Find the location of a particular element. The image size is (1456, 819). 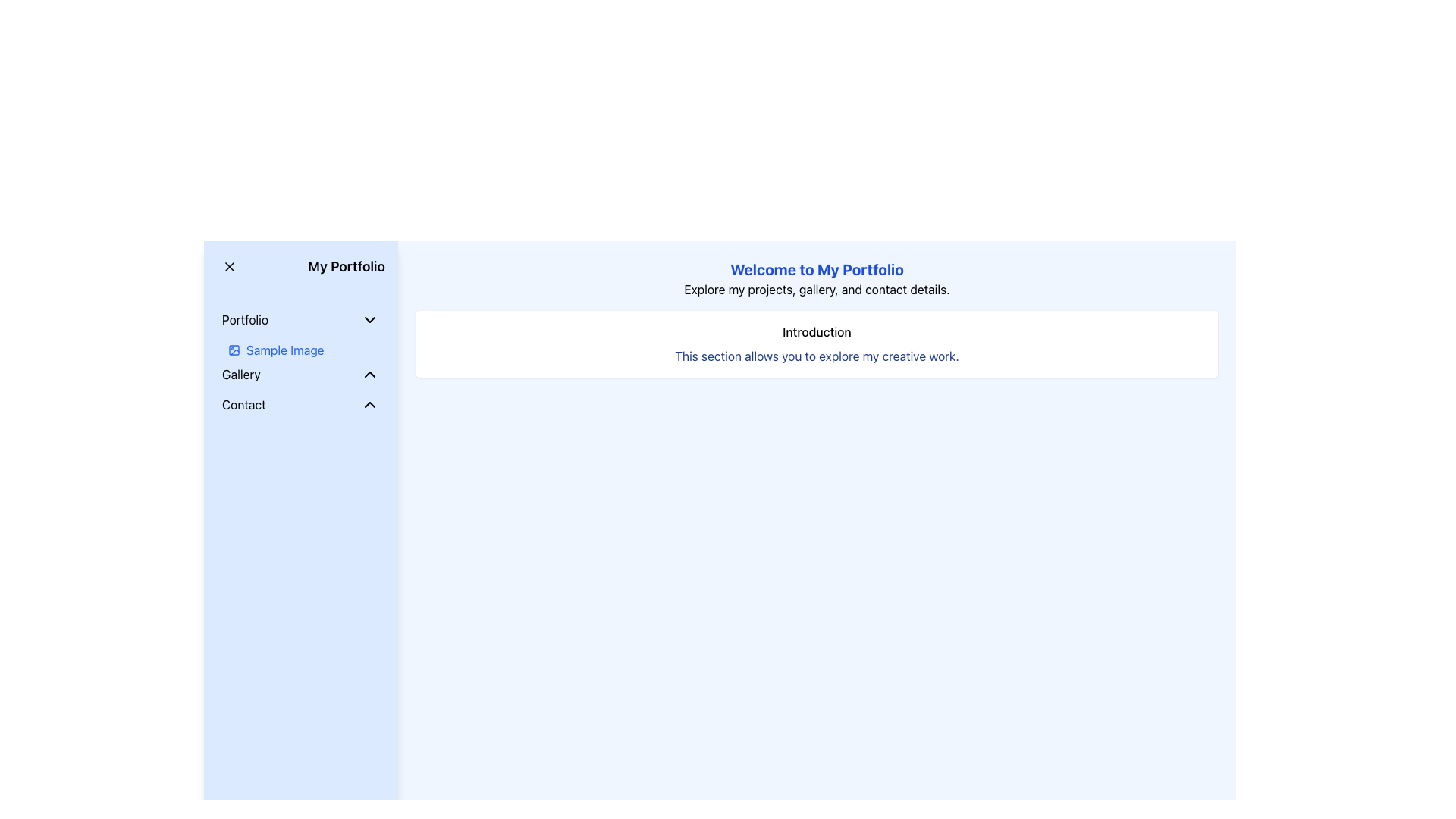

the non-interactive text label displaying the section title 'Contact', which is part of the vertical navigation menu under the 'Gallery' section is located at coordinates (243, 403).